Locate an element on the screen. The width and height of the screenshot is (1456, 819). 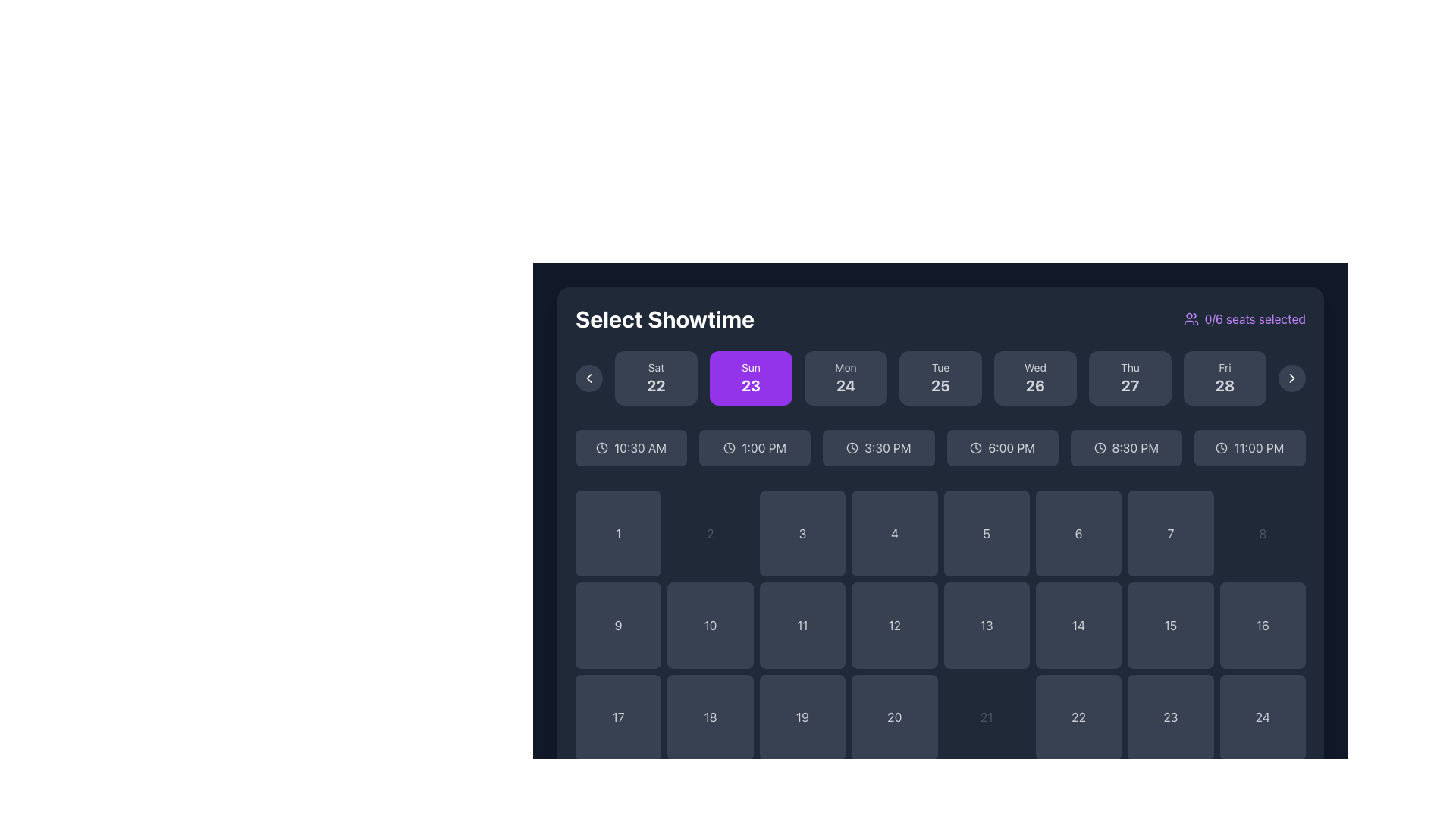
the time selection button located in the bottom-right corner of the 'Select Showtime' section is located at coordinates (1250, 447).